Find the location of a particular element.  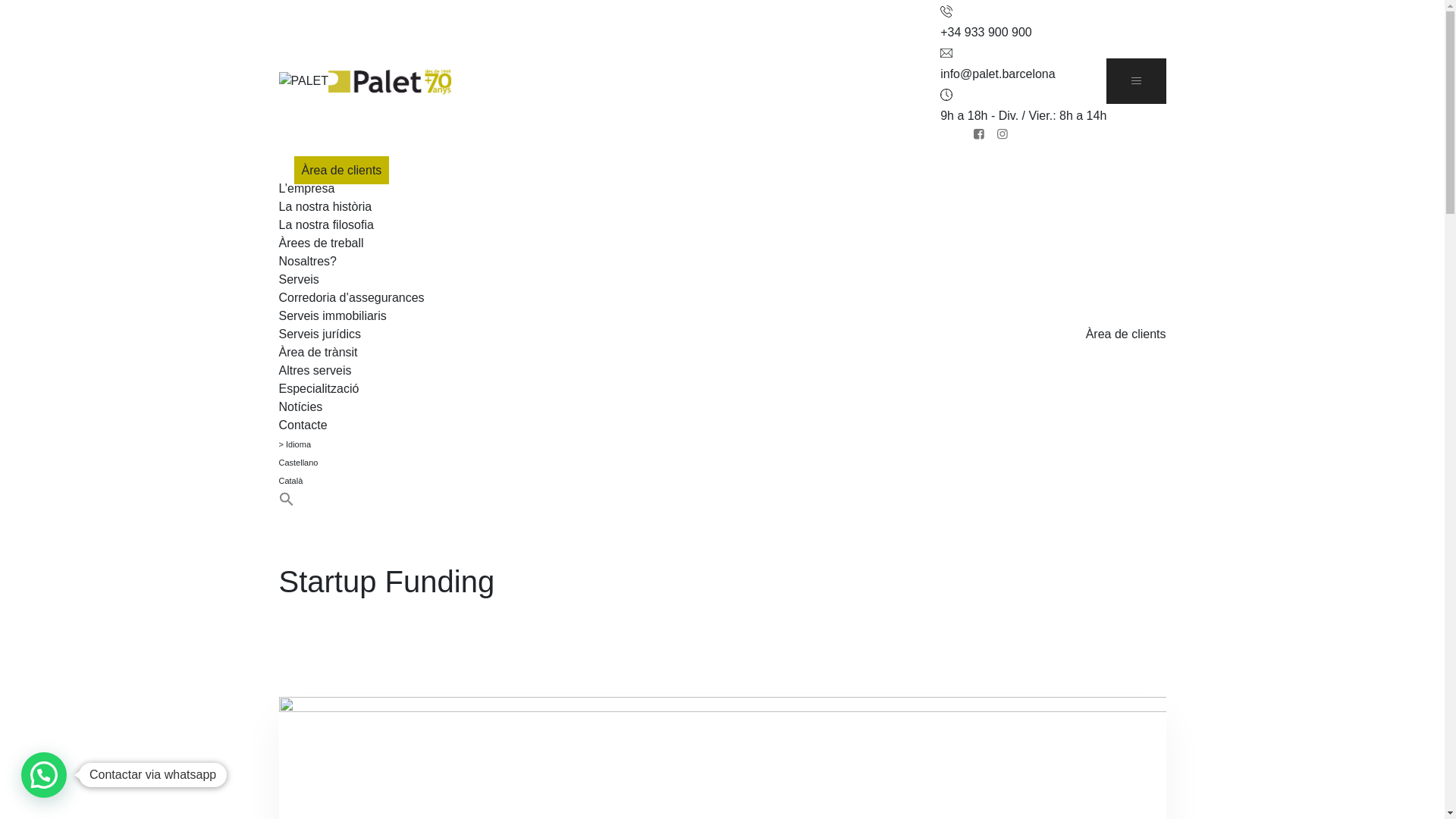

'> Idioma' is located at coordinates (295, 444).